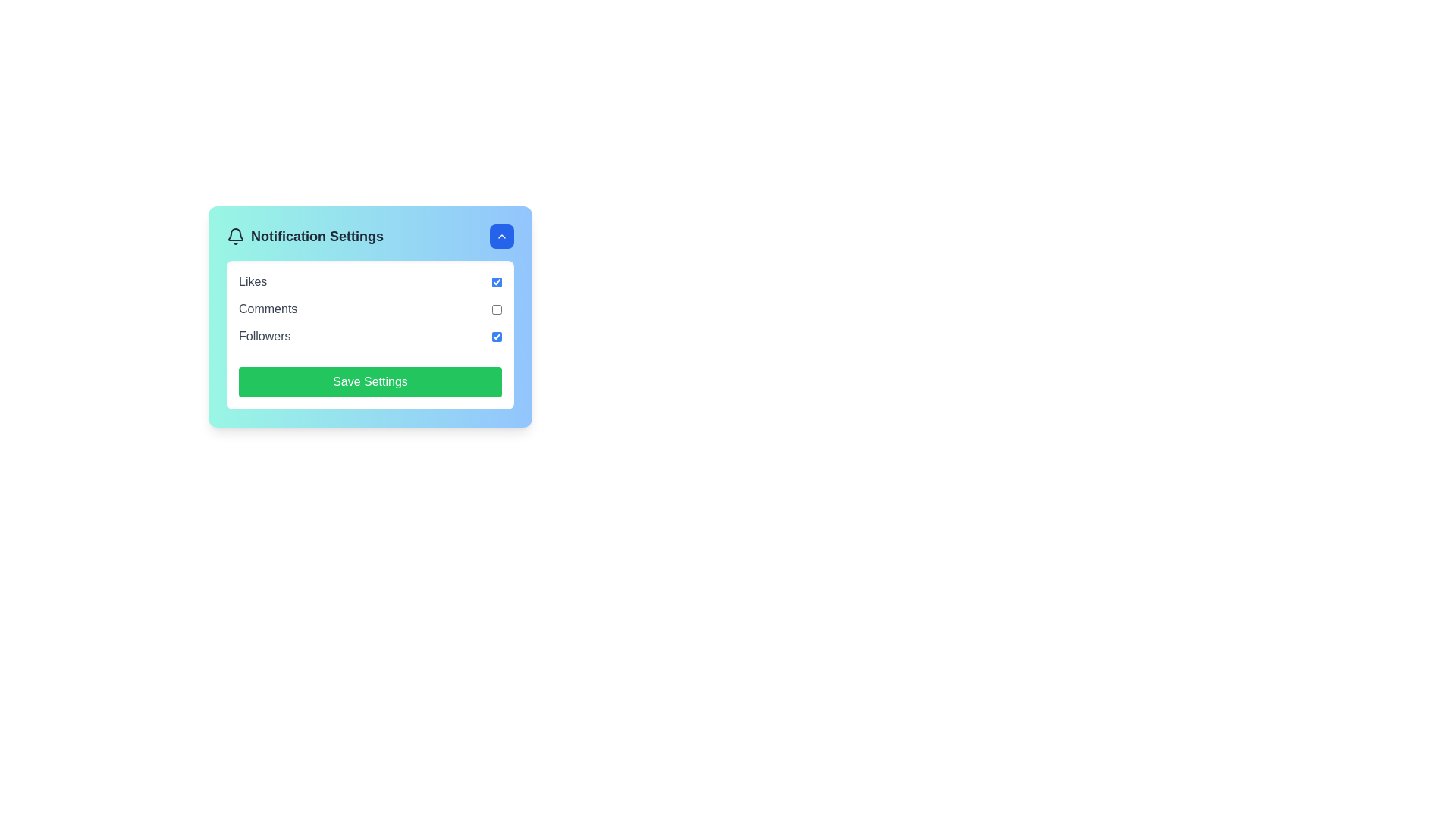 This screenshot has width=1456, height=819. What do you see at coordinates (304, 237) in the screenshot?
I see `the 'Notification Settings' text label with a notification bell icon located in the upper section of the modal` at bounding box center [304, 237].